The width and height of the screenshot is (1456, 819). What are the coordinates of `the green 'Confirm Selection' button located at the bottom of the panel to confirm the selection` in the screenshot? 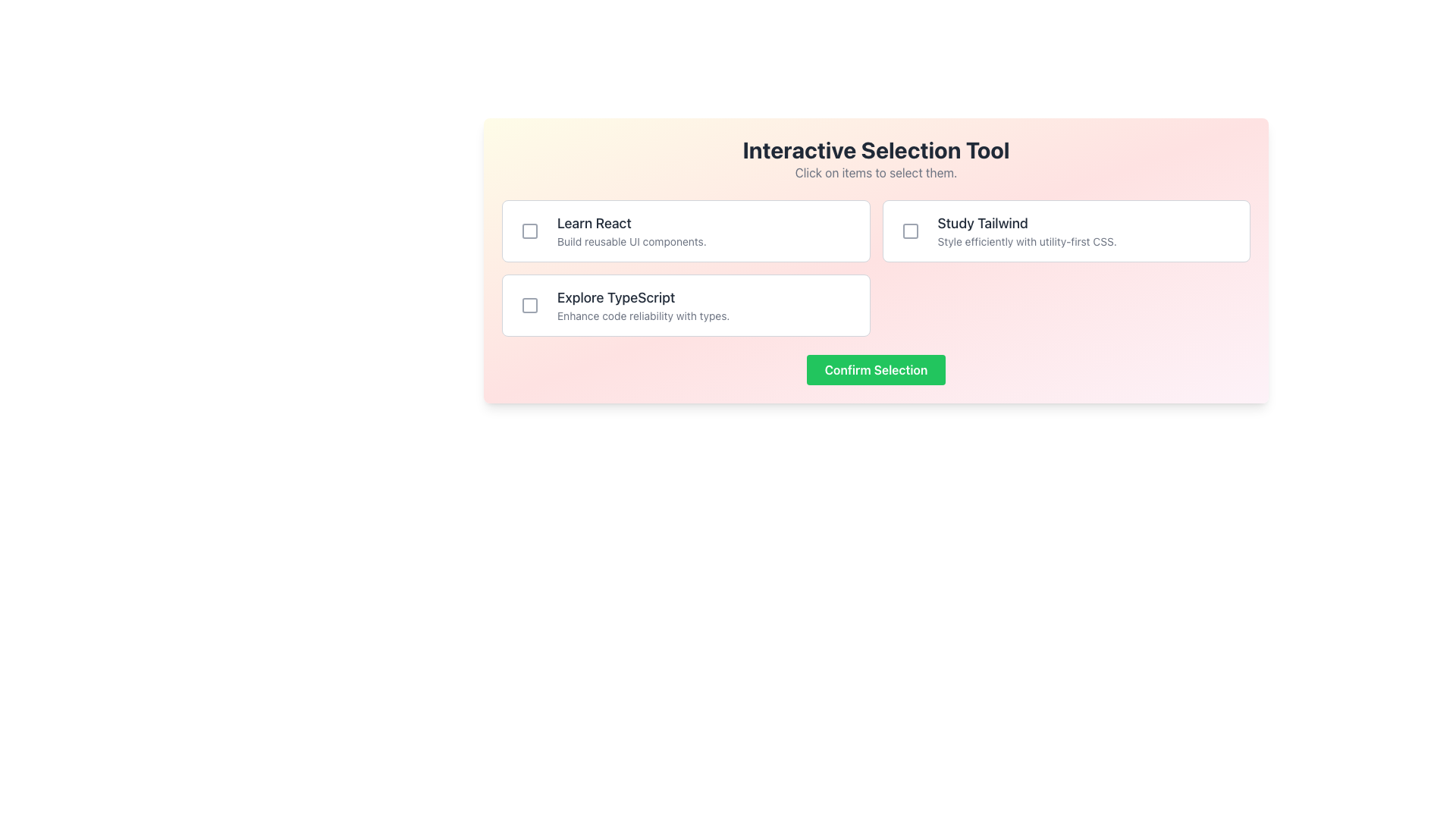 It's located at (876, 370).